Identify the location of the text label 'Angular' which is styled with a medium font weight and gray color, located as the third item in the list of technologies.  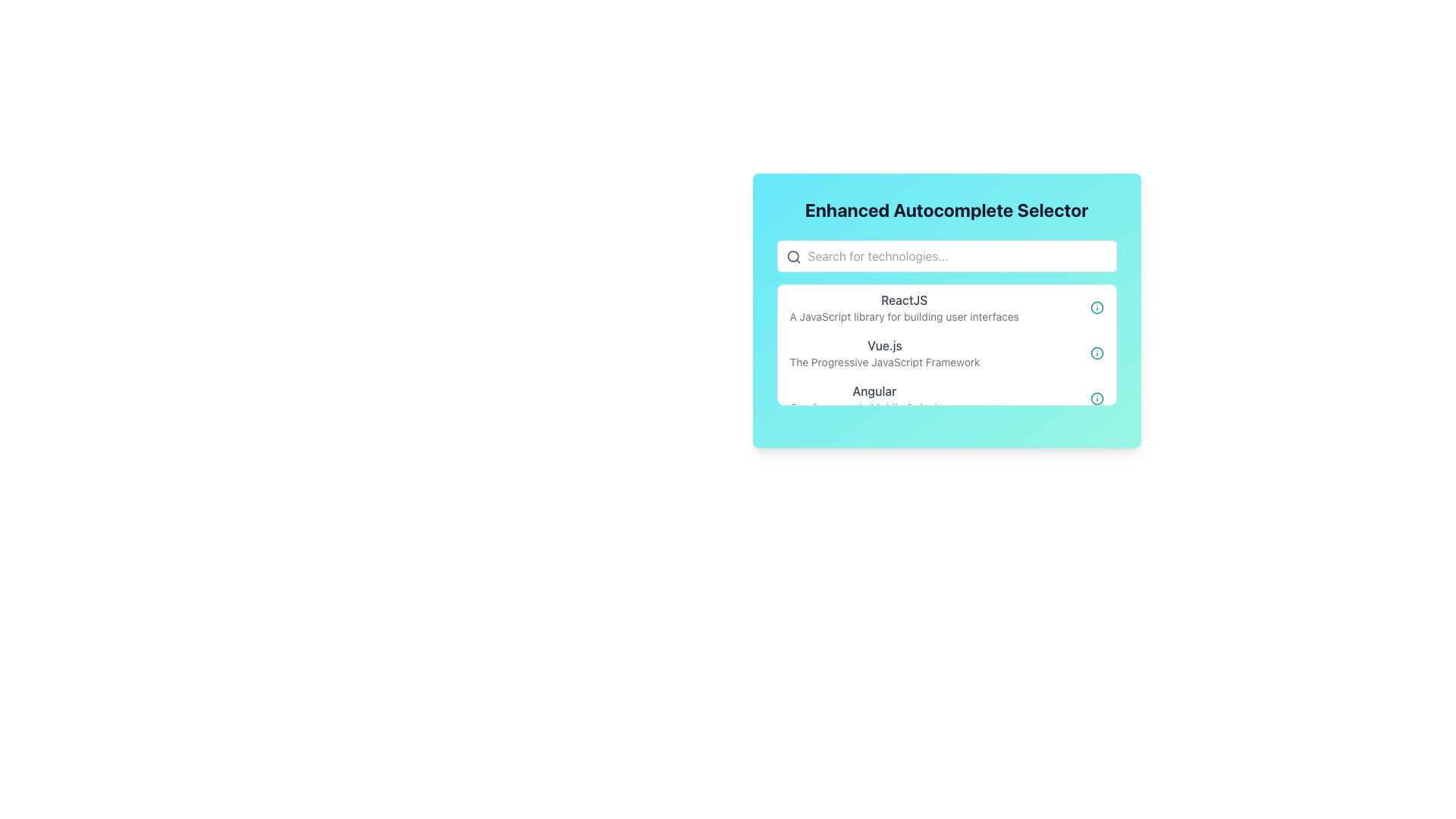
(874, 391).